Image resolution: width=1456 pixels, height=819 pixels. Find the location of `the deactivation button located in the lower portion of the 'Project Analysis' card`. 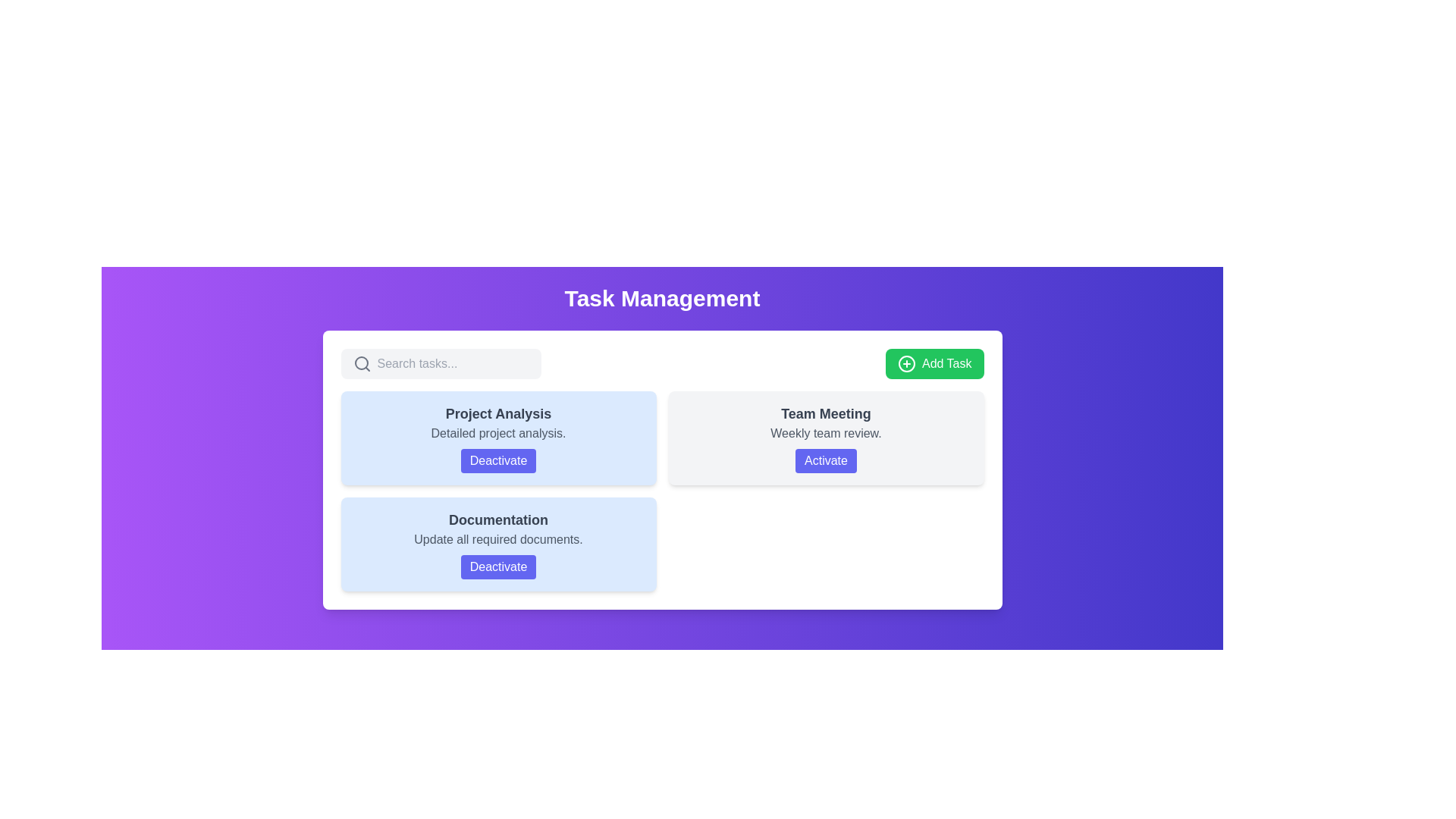

the deactivation button located in the lower portion of the 'Project Analysis' card is located at coordinates (498, 460).